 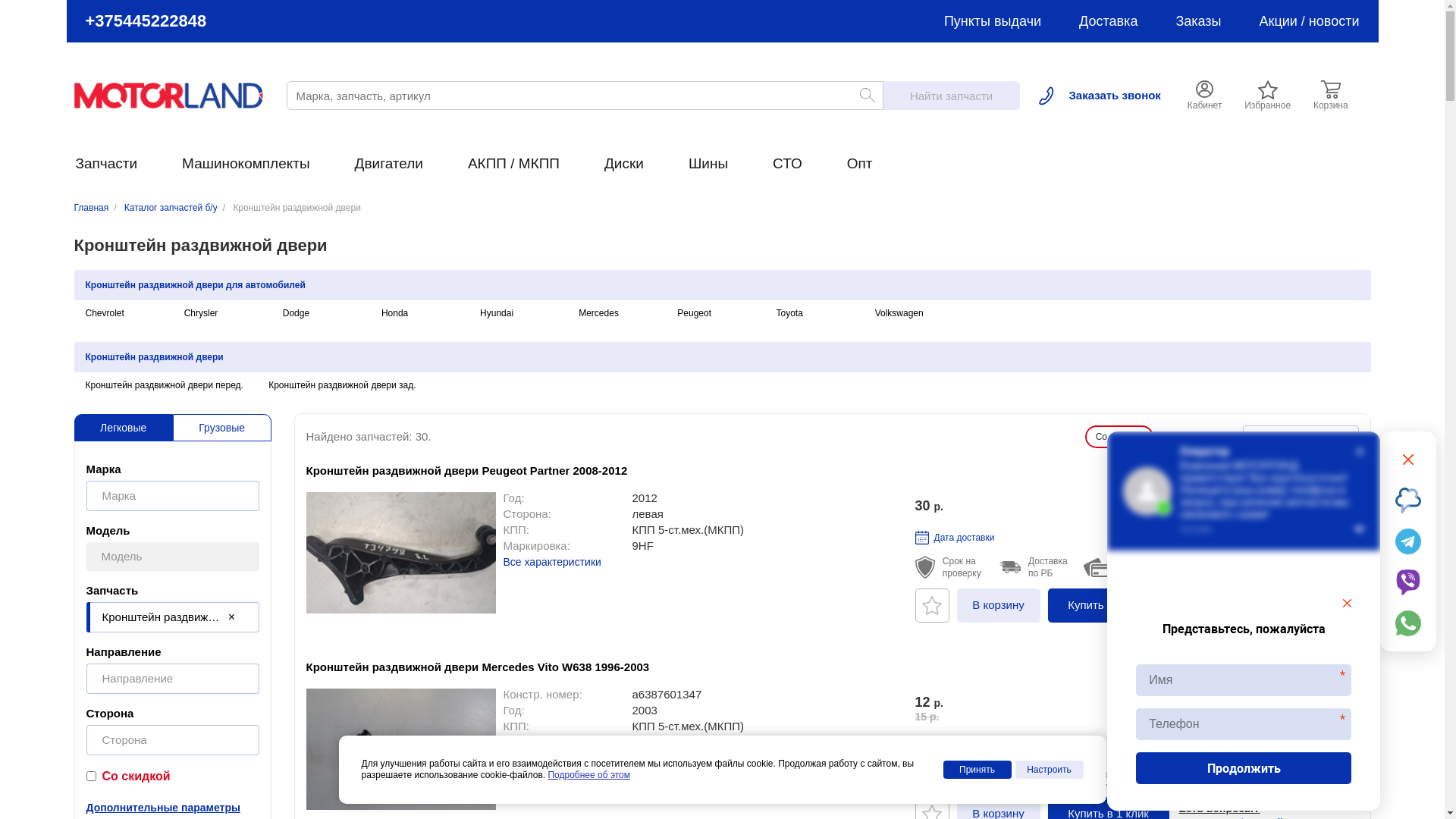 What do you see at coordinates (496, 312) in the screenshot?
I see `'Hyundai'` at bounding box center [496, 312].